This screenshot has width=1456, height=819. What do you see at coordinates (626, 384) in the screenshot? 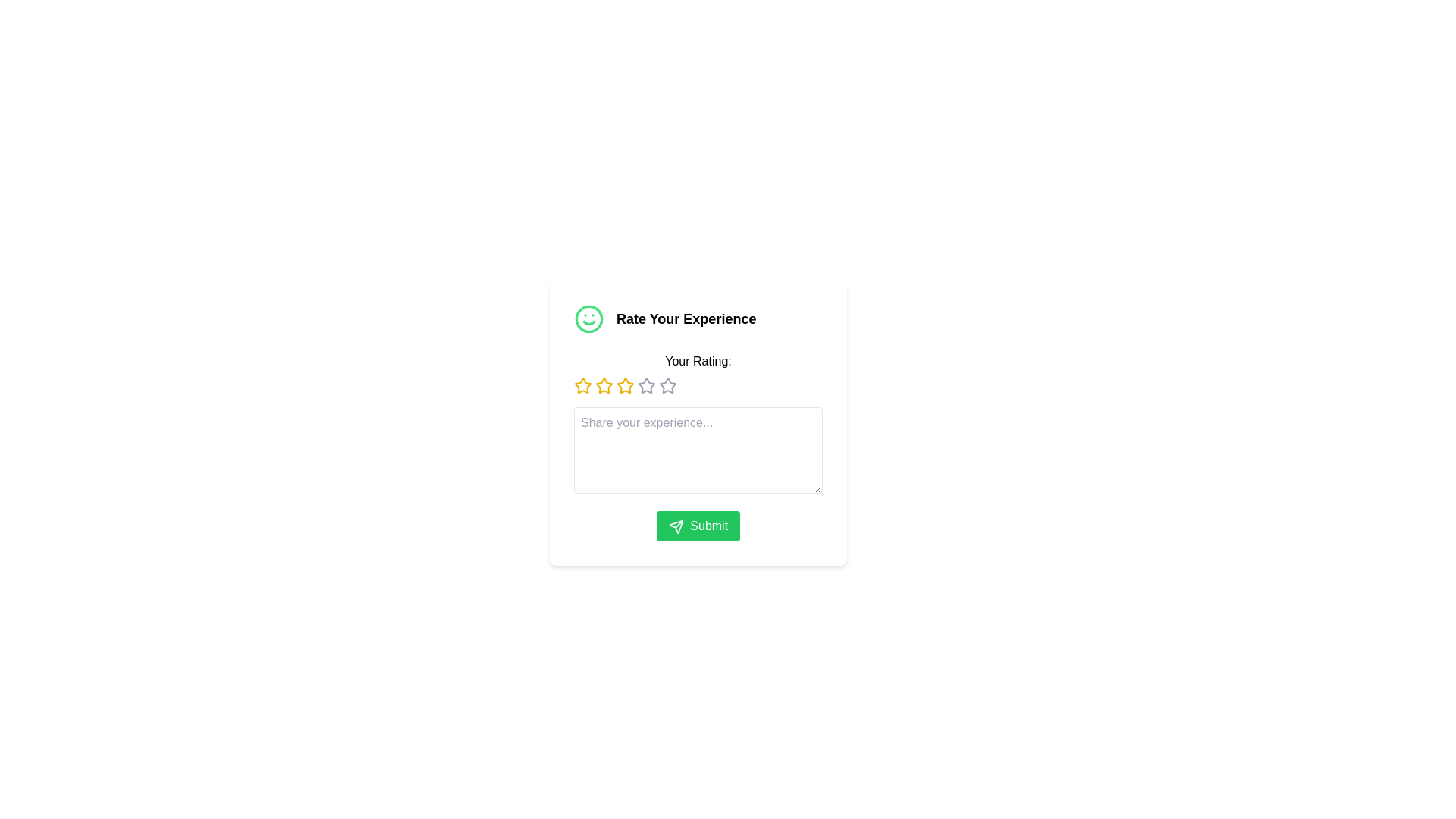
I see `the yellow star rating icon in the second position for keyboard interaction` at bounding box center [626, 384].